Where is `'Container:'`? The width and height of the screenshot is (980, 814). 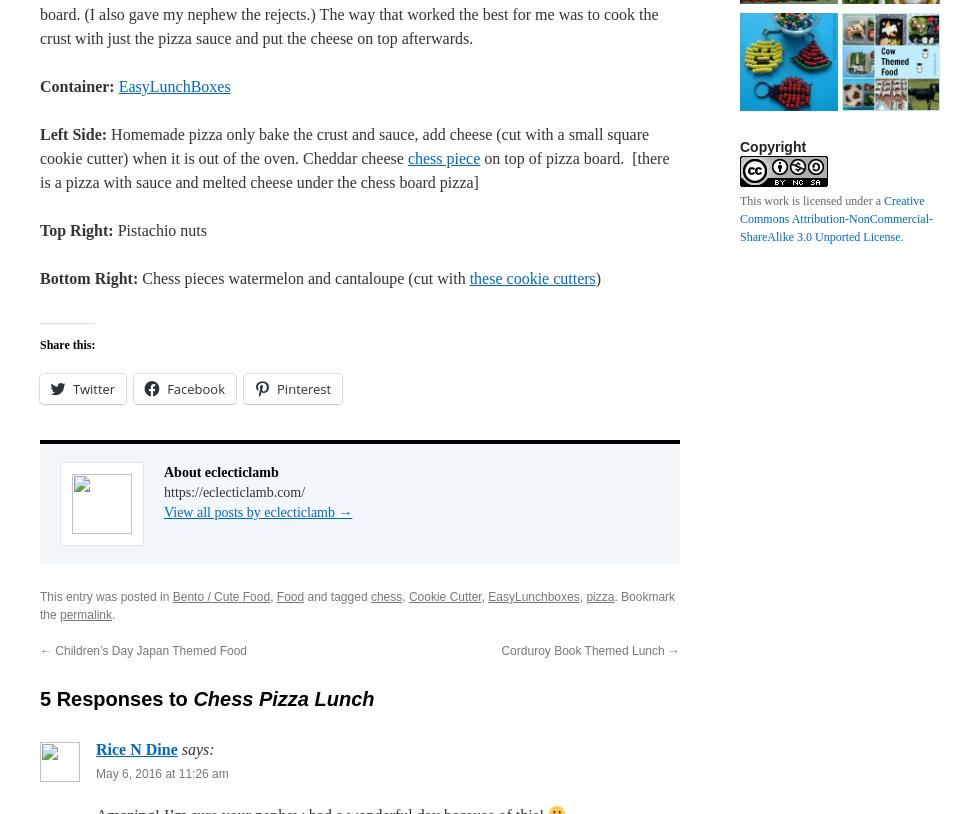
'Container:' is located at coordinates (39, 84).